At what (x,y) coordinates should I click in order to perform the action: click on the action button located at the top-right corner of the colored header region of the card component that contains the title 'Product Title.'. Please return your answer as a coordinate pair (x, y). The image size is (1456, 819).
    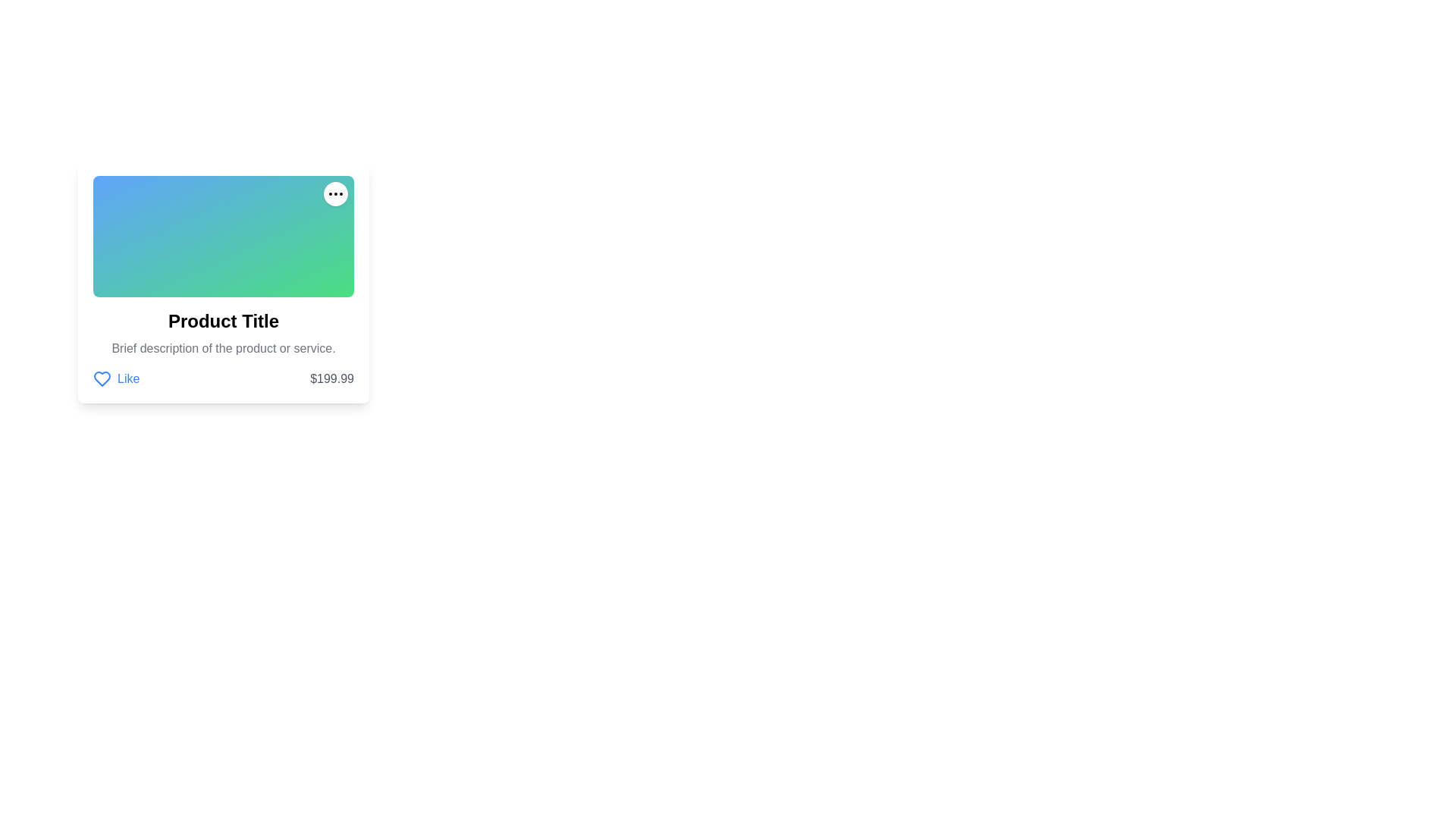
    Looking at the image, I should click on (334, 193).